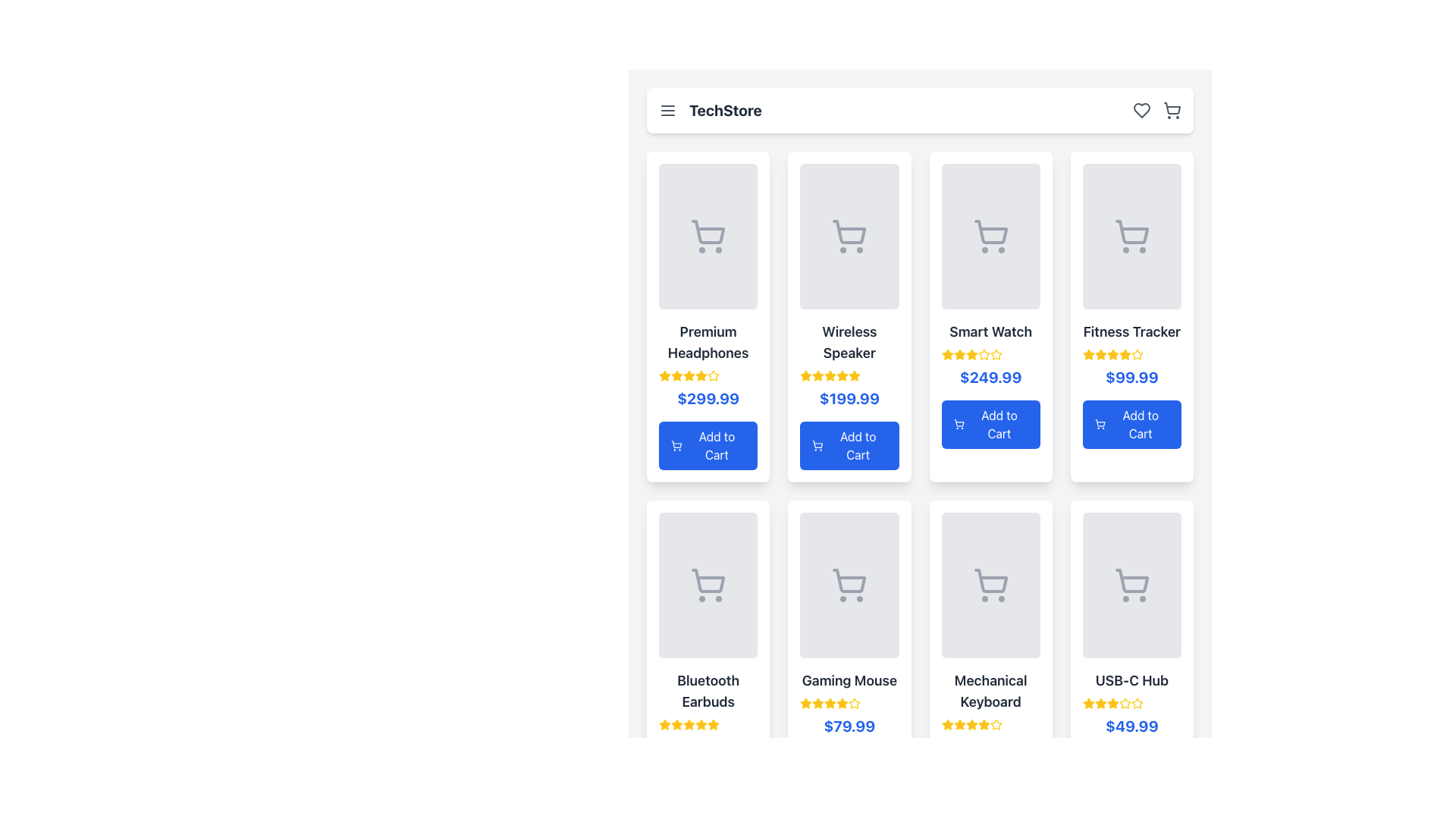 This screenshot has width=1456, height=819. Describe the element at coordinates (946, 724) in the screenshot. I see `the first star-shaped icon in the rating section beneath the 'Mechanical Keyboard' item card` at that location.